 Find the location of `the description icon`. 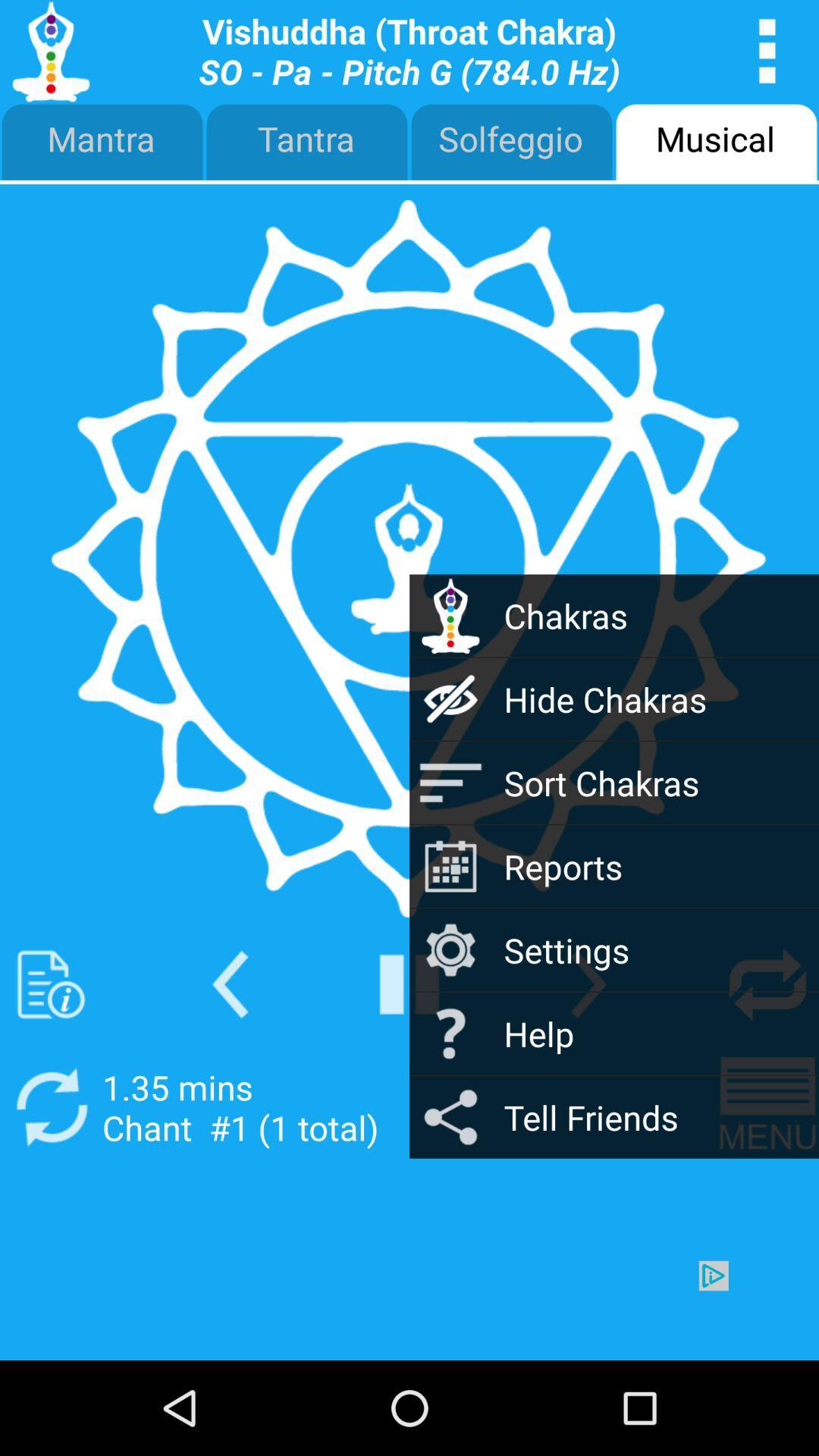

the description icon is located at coordinates (50, 1053).